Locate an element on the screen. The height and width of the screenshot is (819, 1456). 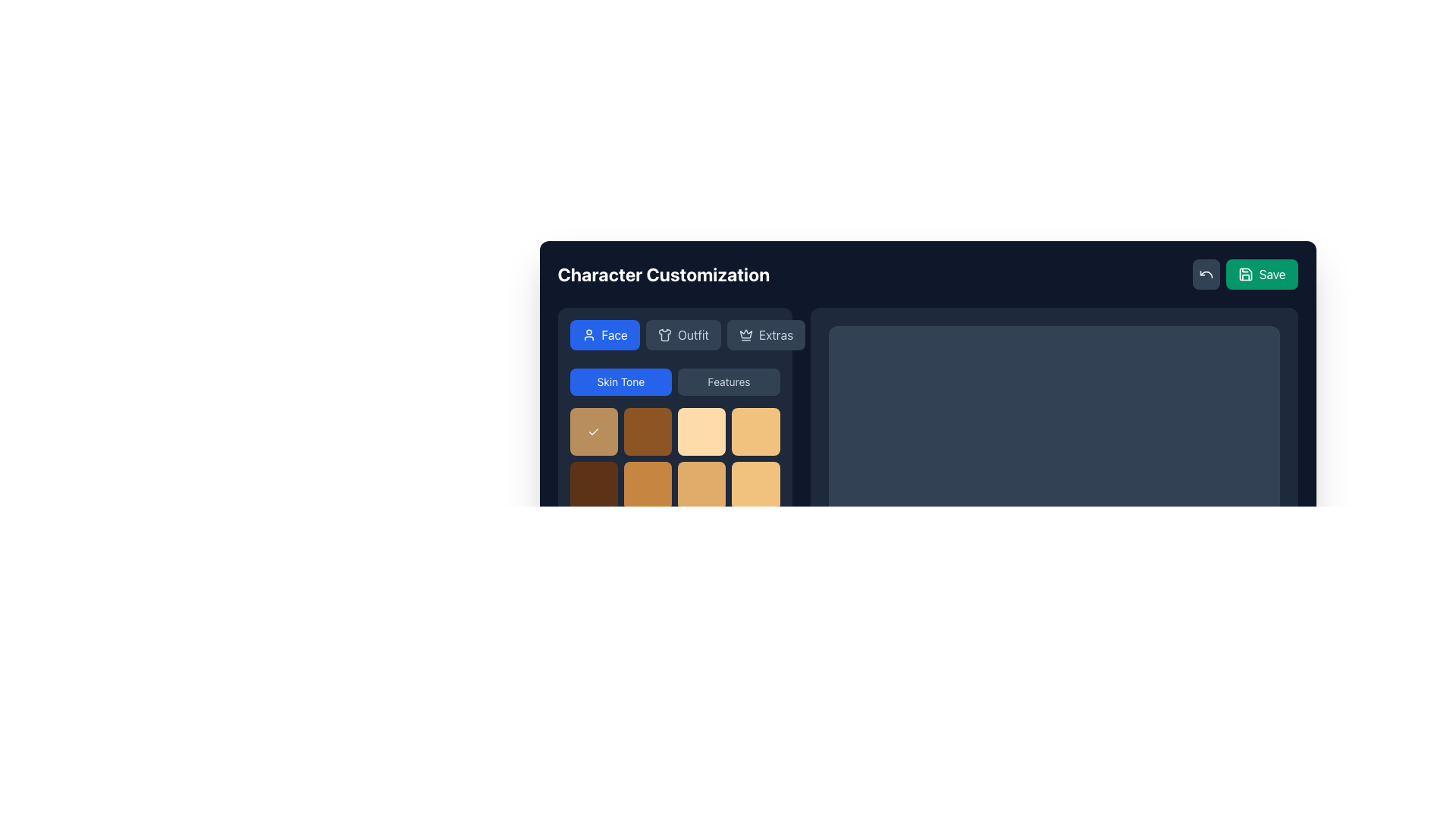
the 'Outfit' selection icon located inside the button labeled 'Outfit', which is positioned in the top row of selection buttons between 'Face' and 'Extras' is located at coordinates (664, 334).